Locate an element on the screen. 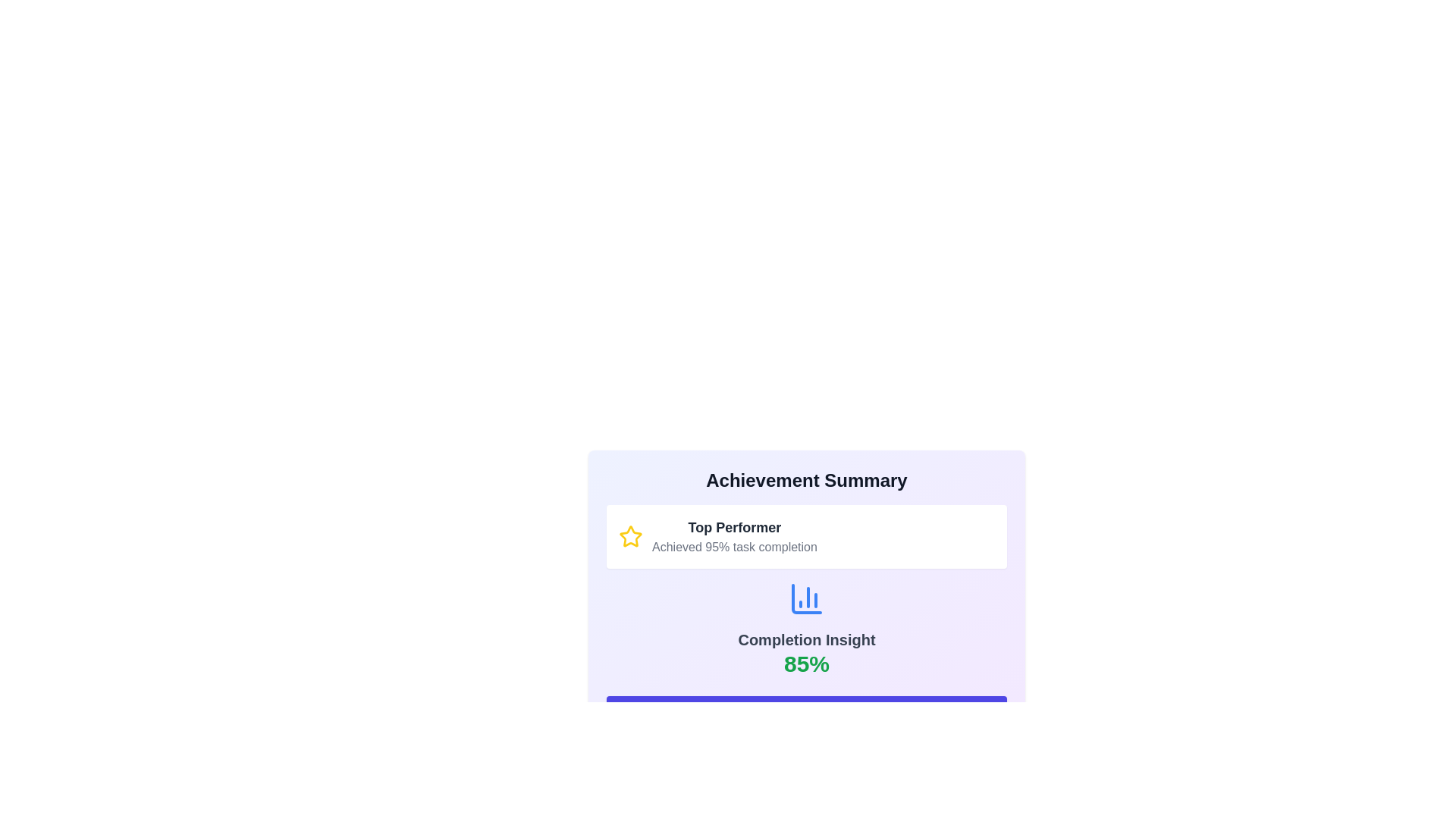 This screenshot has height=819, width=1456. the leftmost vertical line of the bar chart icon, which is styled in blue and has a minimalistic outline is located at coordinates (806, 598).